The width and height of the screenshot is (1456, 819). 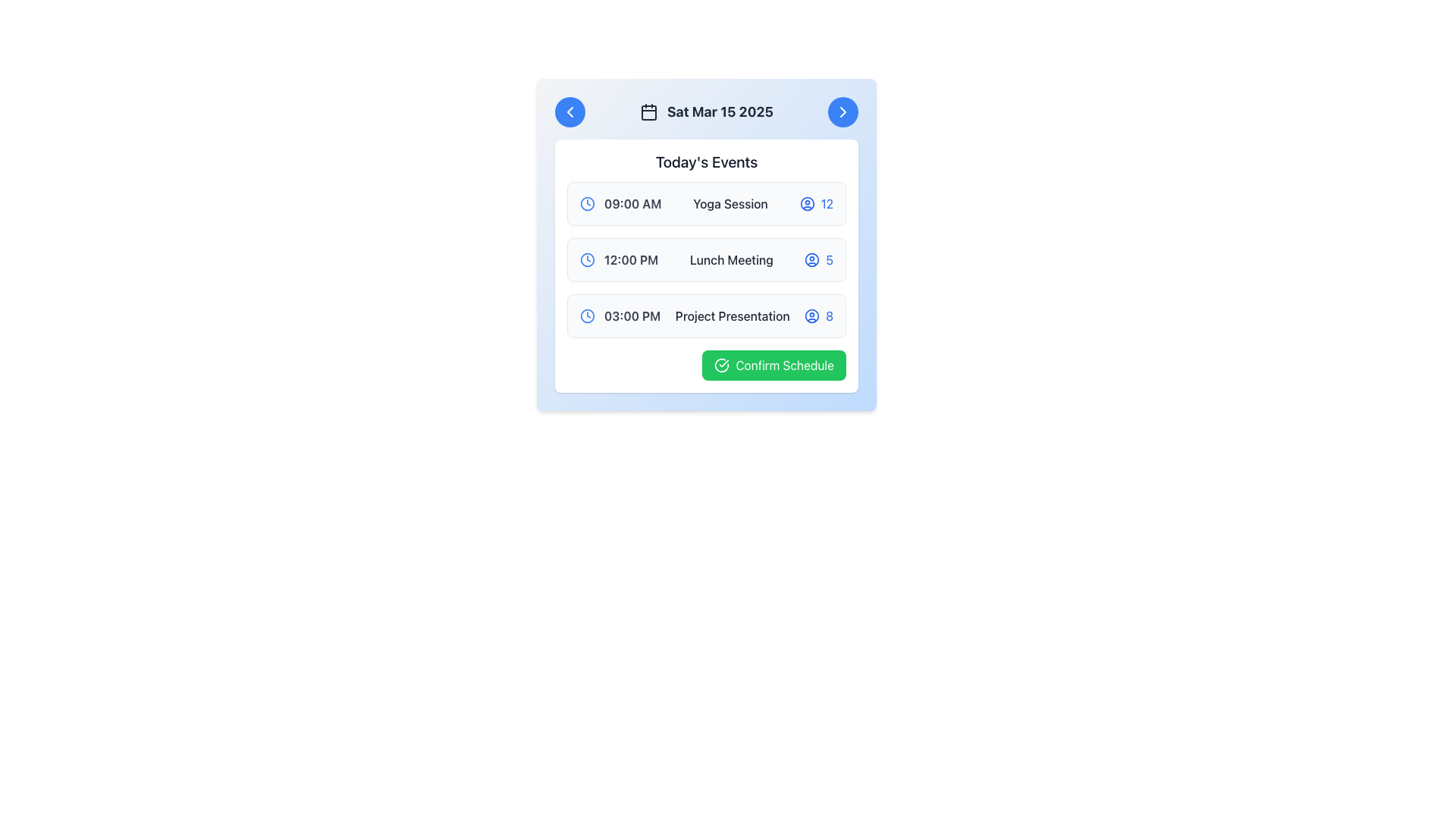 I want to click on the text element that indicates the name of the event planned for 9:00 AM, located in the second column of the first row in the card listing events, so click(x=730, y=203).